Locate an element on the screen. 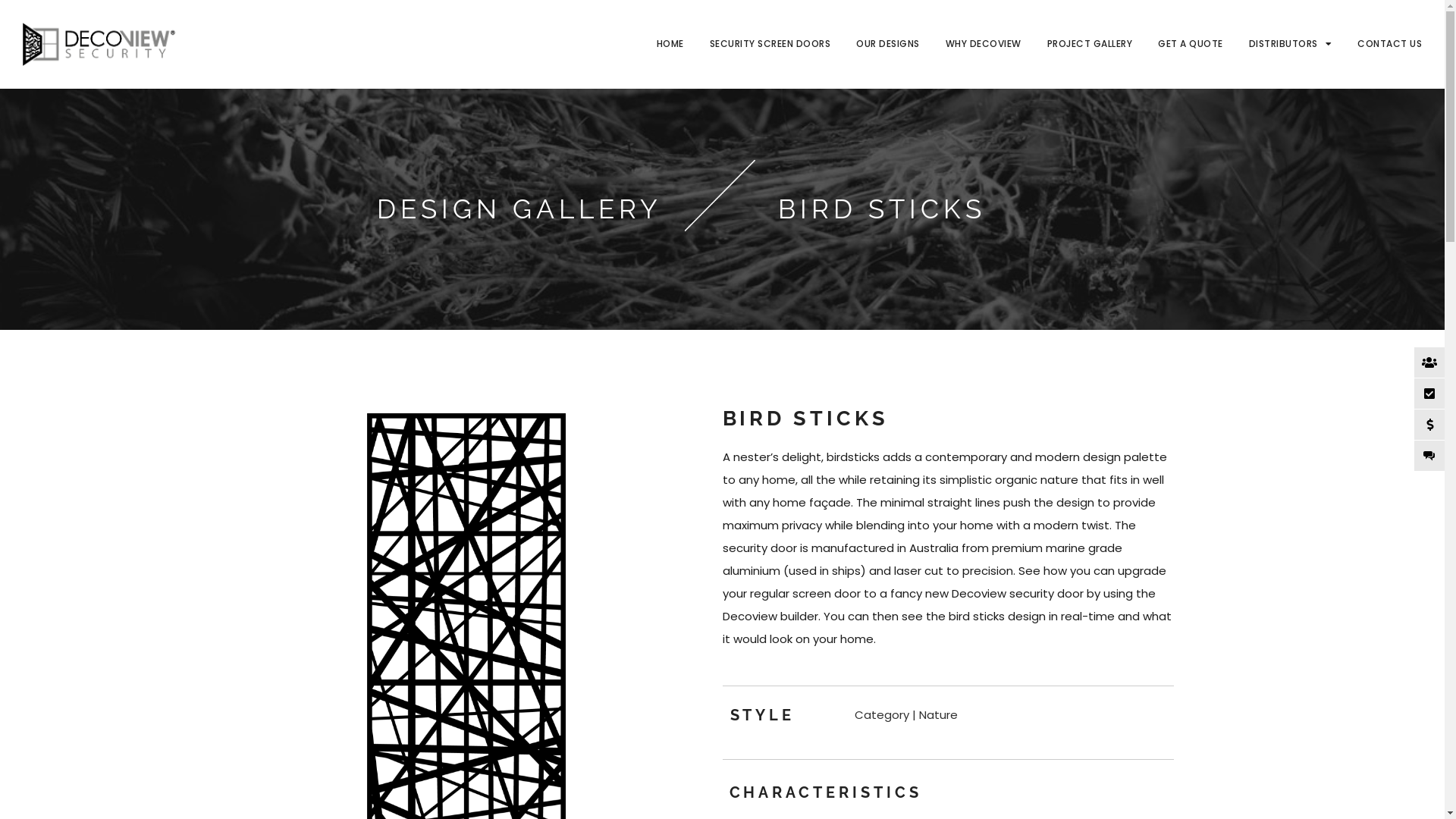 The width and height of the screenshot is (1456, 819). 'PROJECT GALLERY' is located at coordinates (1088, 42).